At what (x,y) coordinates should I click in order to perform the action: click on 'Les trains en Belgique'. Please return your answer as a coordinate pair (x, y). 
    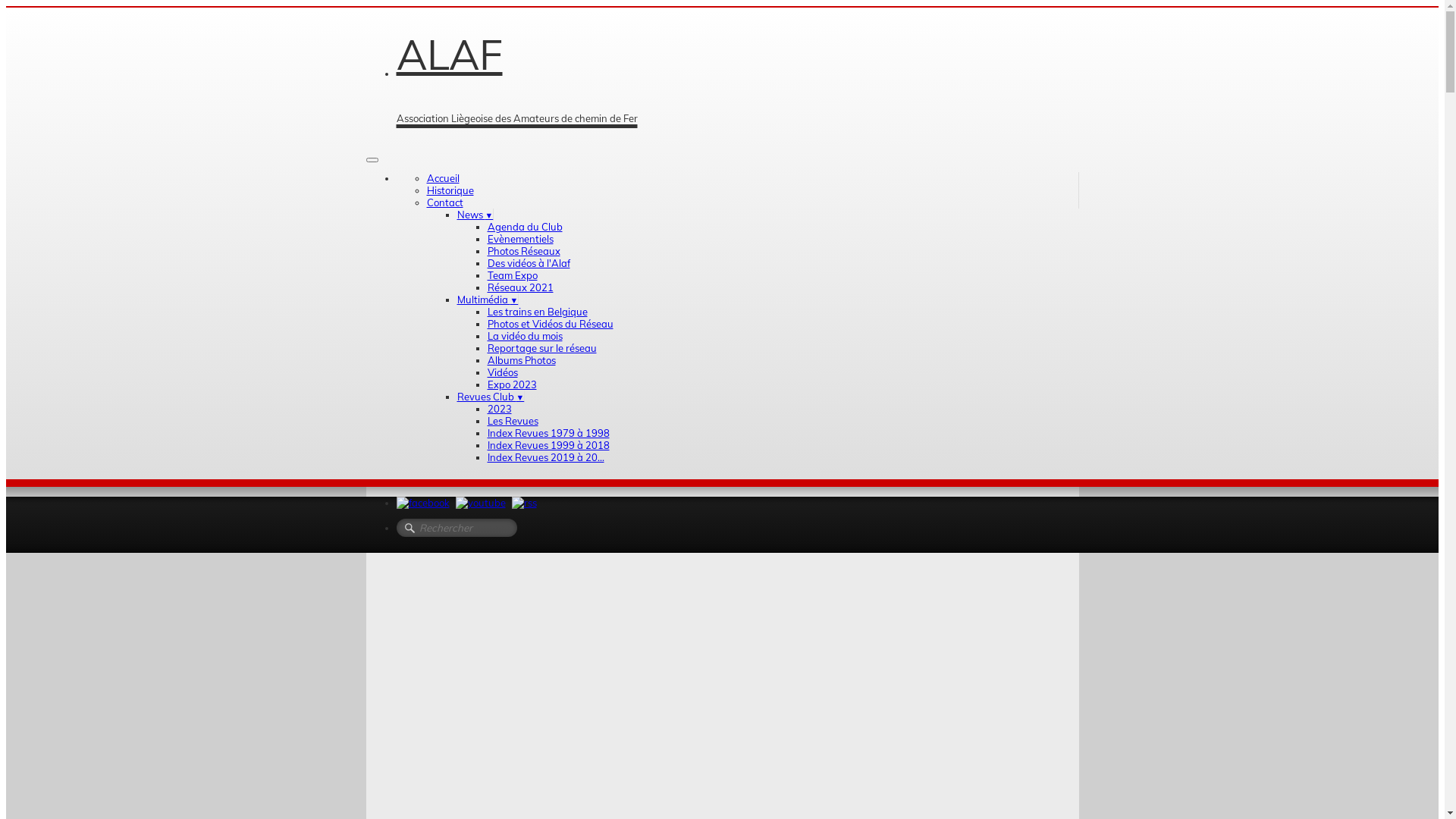
    Looking at the image, I should click on (487, 311).